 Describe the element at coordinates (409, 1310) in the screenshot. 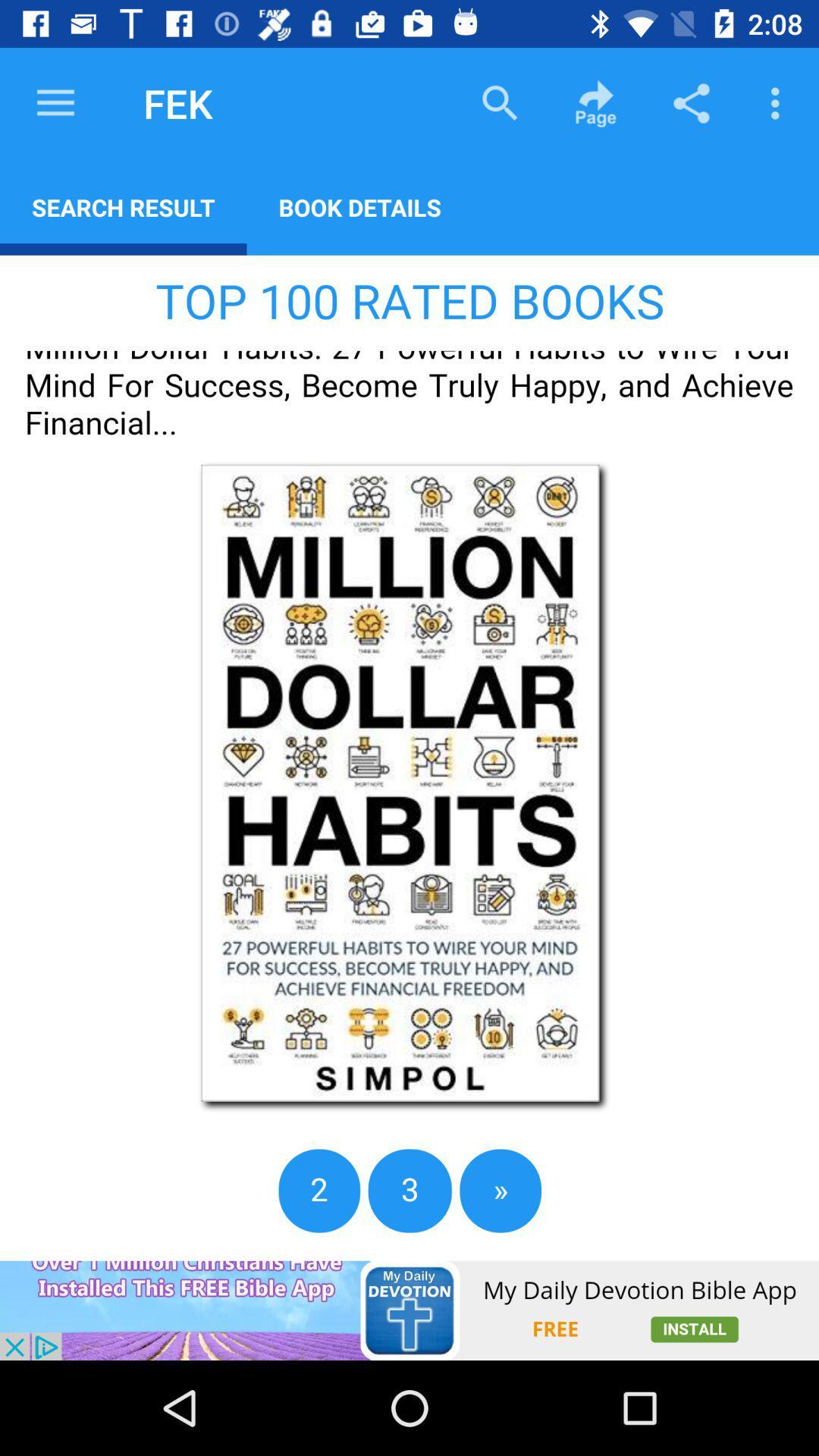

I see `advertisement` at that location.